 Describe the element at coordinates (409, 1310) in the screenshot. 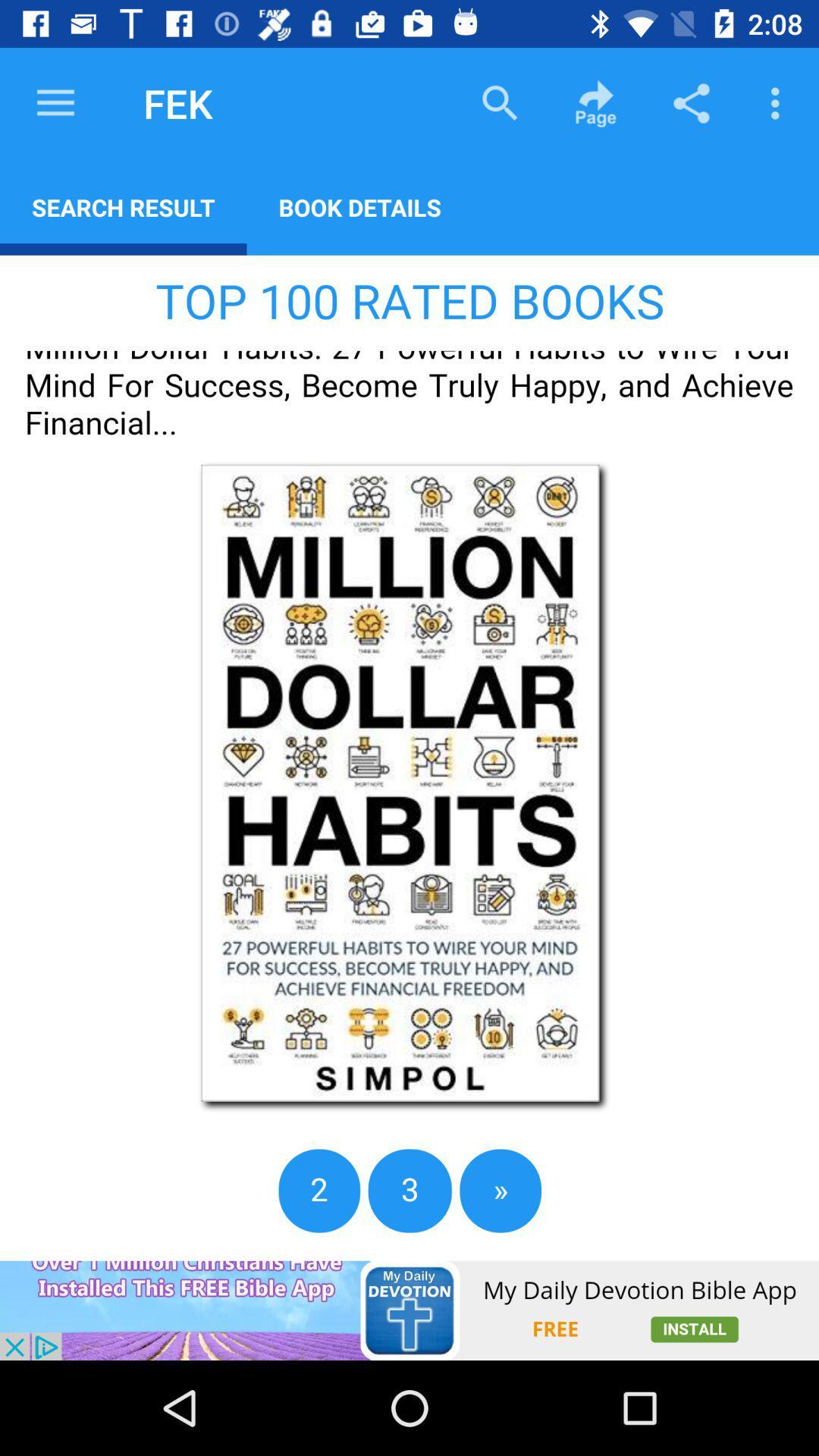

I see `advertisement` at that location.